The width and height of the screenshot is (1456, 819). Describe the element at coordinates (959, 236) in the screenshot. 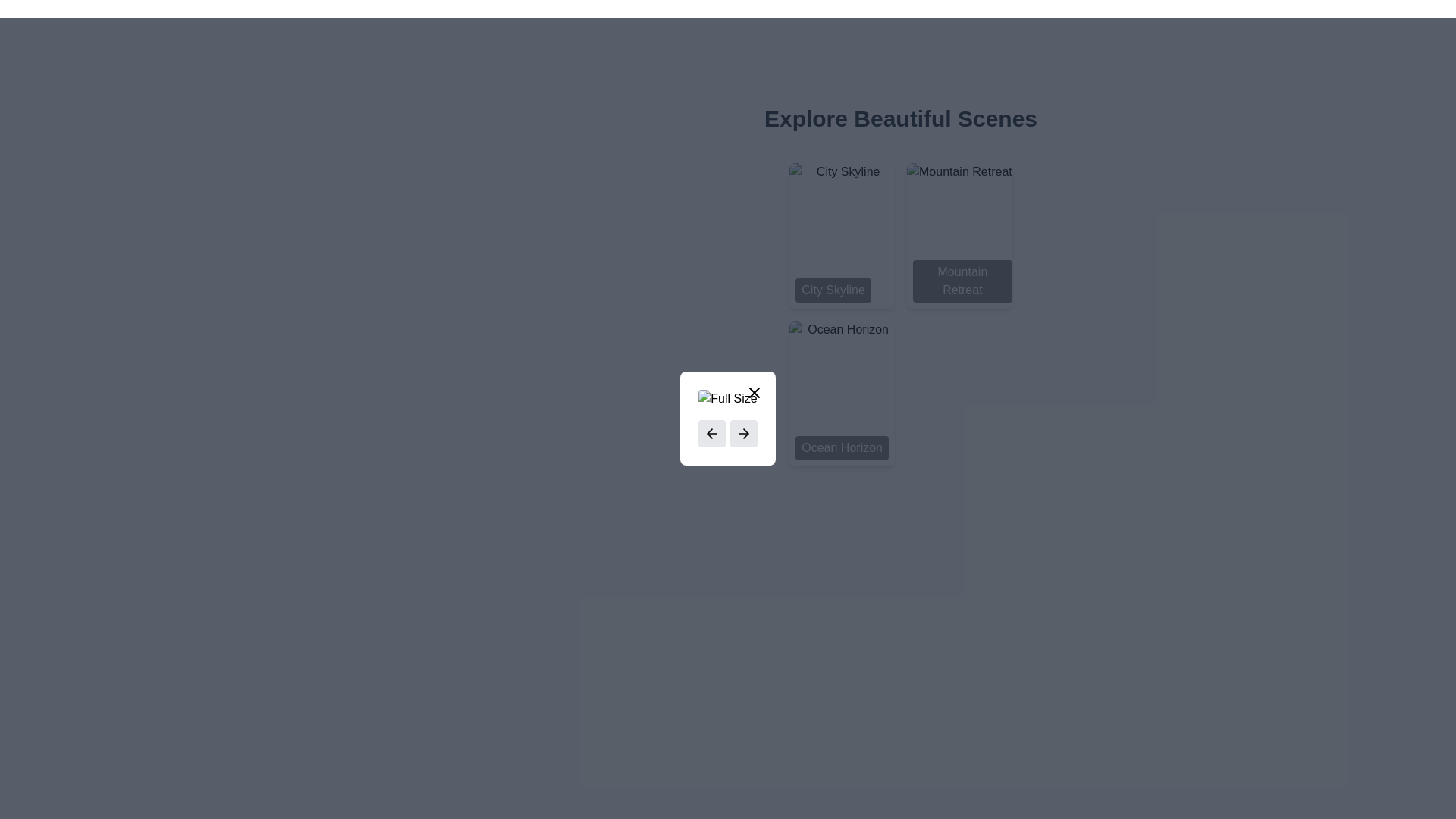

I see `the 'Mountain Retreat' card in the navigation UI` at that location.